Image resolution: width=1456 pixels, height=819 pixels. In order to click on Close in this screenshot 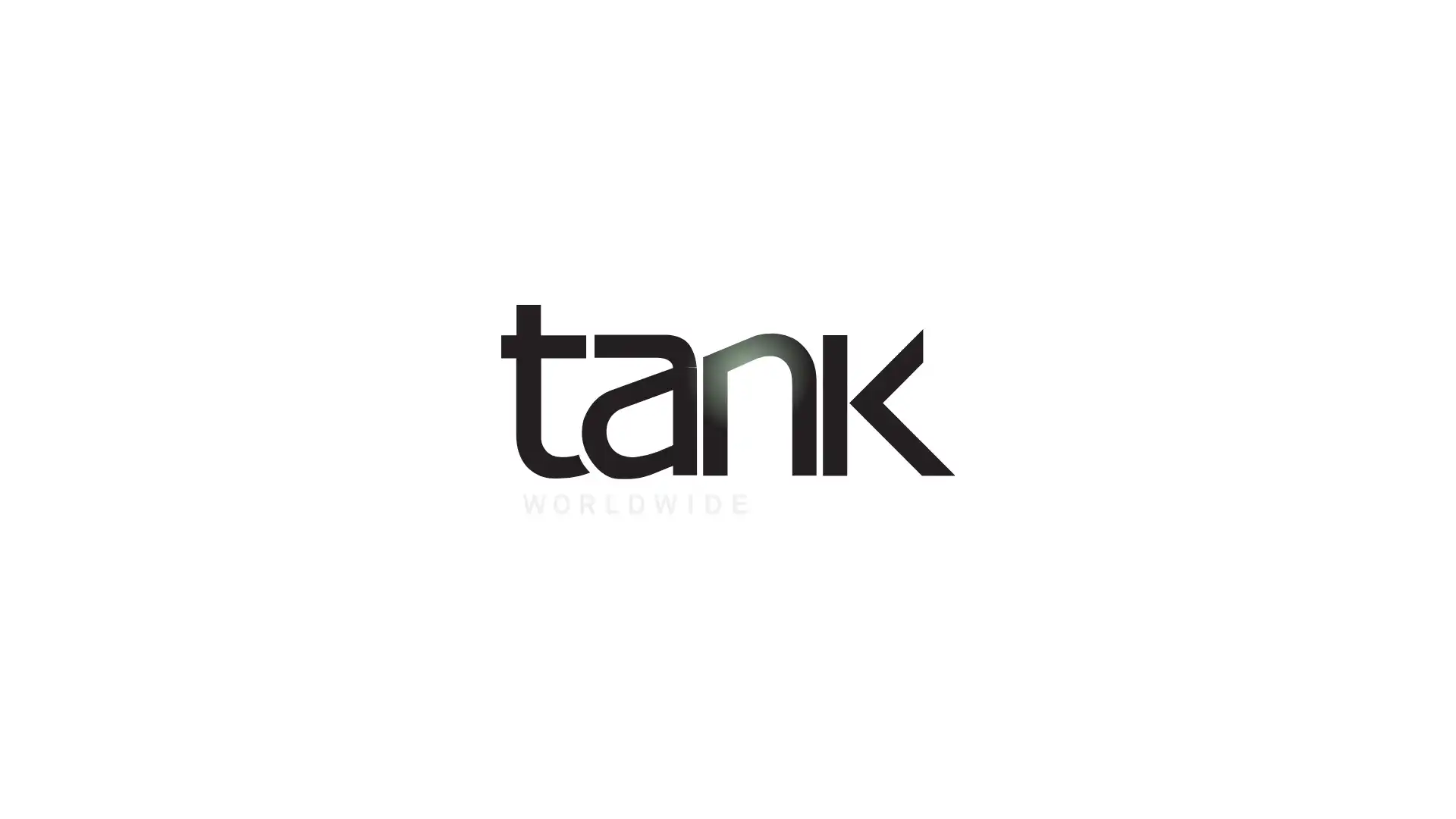, I will do `click(1430, 791)`.